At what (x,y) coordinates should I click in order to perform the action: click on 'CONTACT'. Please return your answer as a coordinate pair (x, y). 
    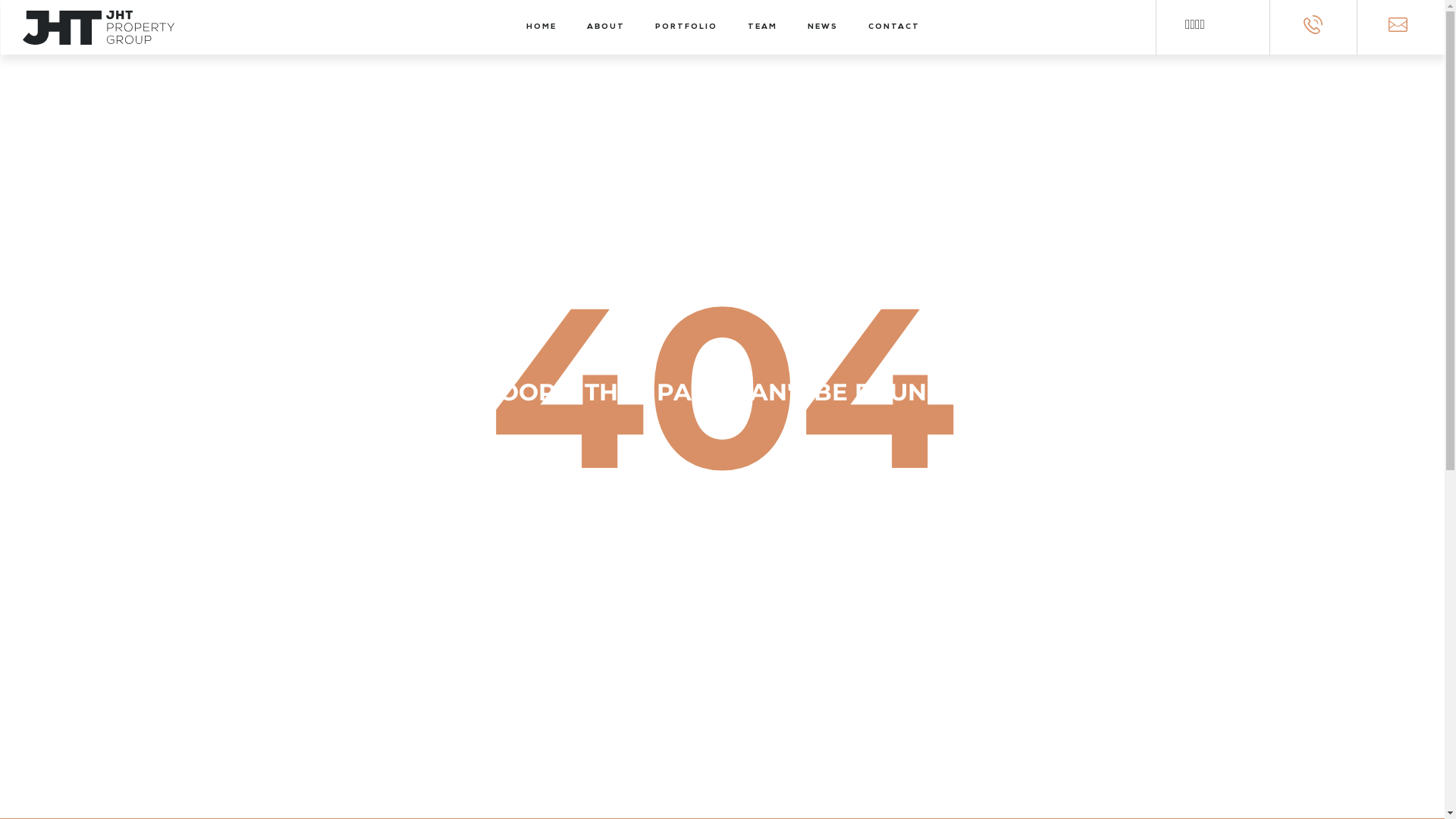
    Looking at the image, I should click on (894, 27).